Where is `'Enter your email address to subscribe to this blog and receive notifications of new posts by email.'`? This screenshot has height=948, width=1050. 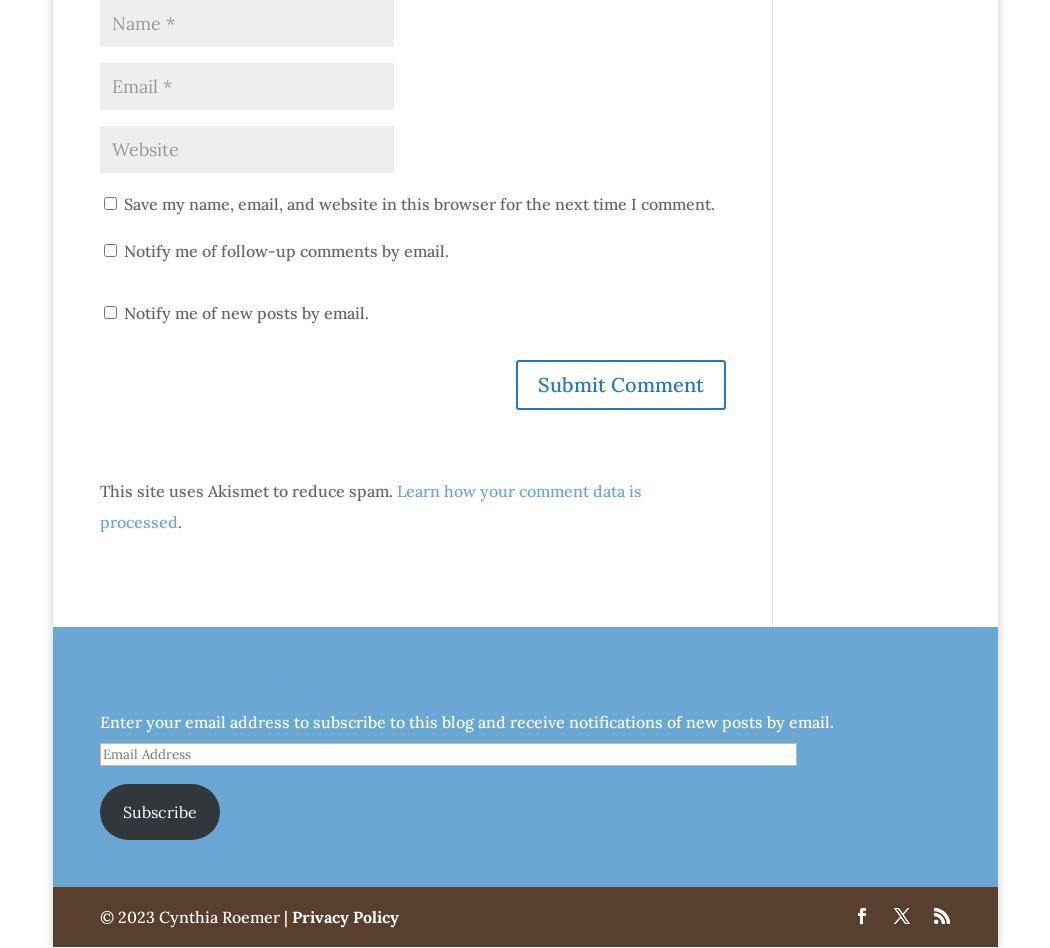 'Enter your email address to subscribe to this blog and receive notifications of new posts by email.' is located at coordinates (465, 721).